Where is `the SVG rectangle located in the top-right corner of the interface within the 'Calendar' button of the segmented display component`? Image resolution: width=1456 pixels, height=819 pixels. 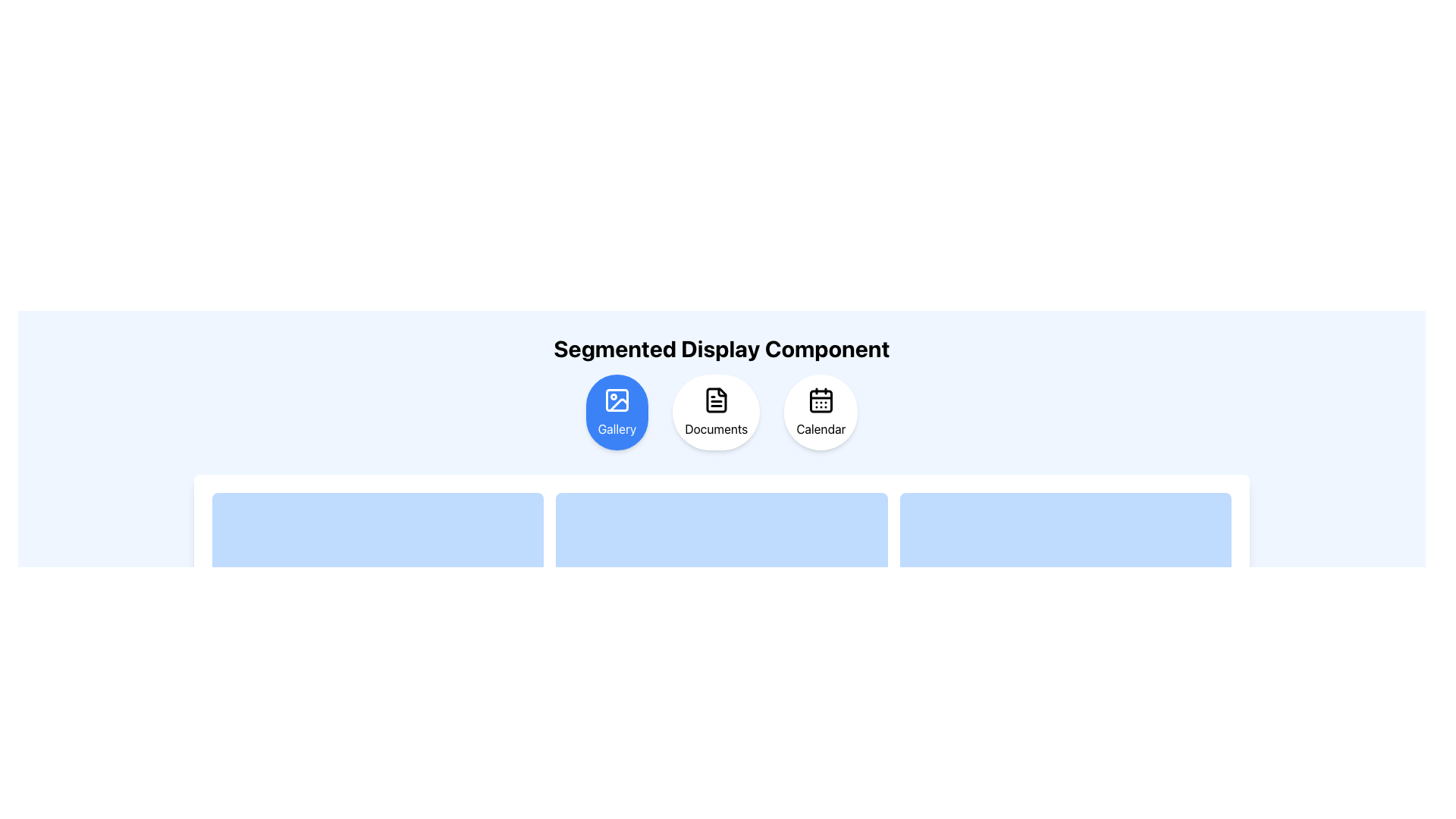
the SVG rectangle located in the top-right corner of the interface within the 'Calendar' button of the segmented display component is located at coordinates (820, 400).